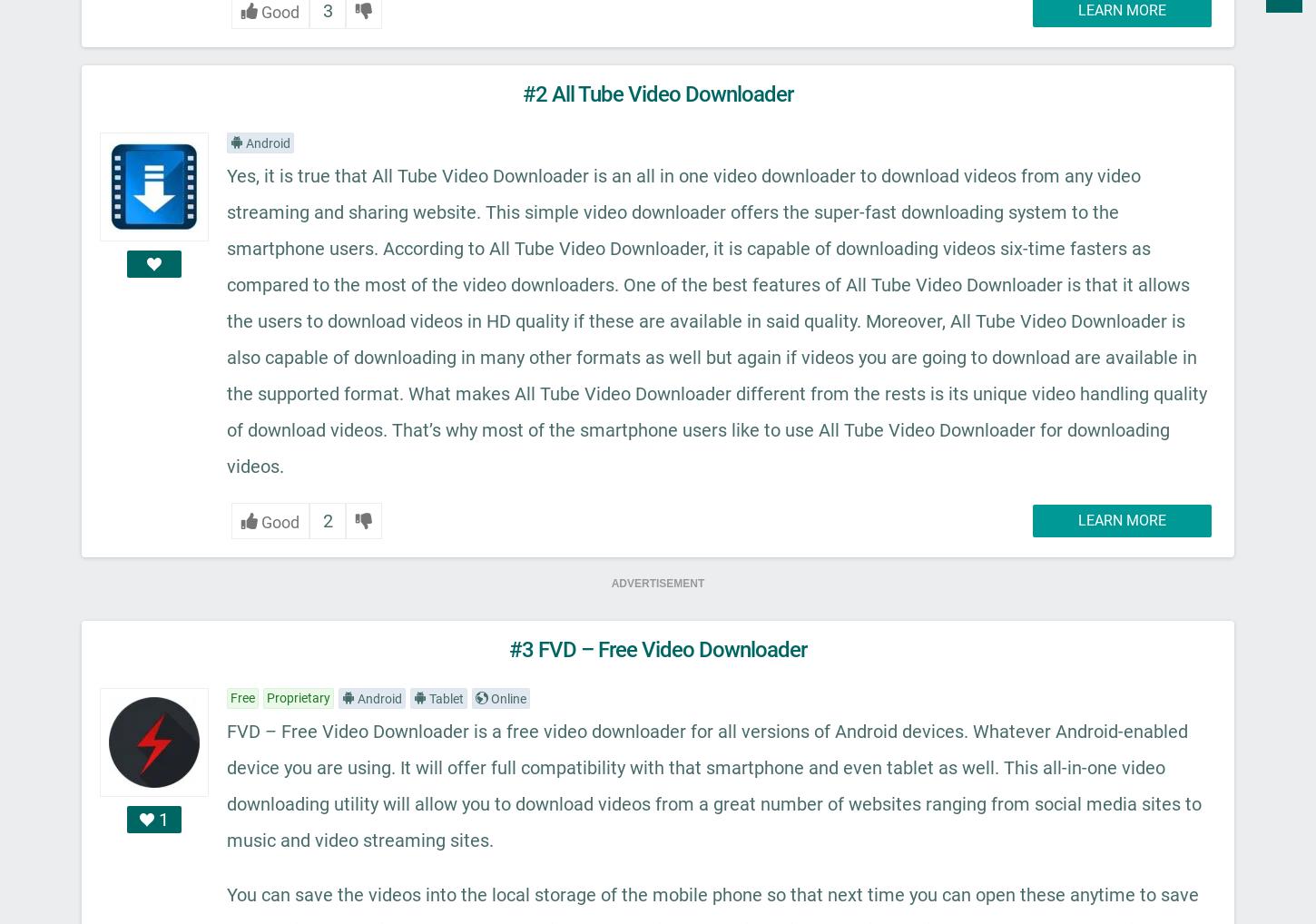  I want to click on 'Online', so click(506, 697).